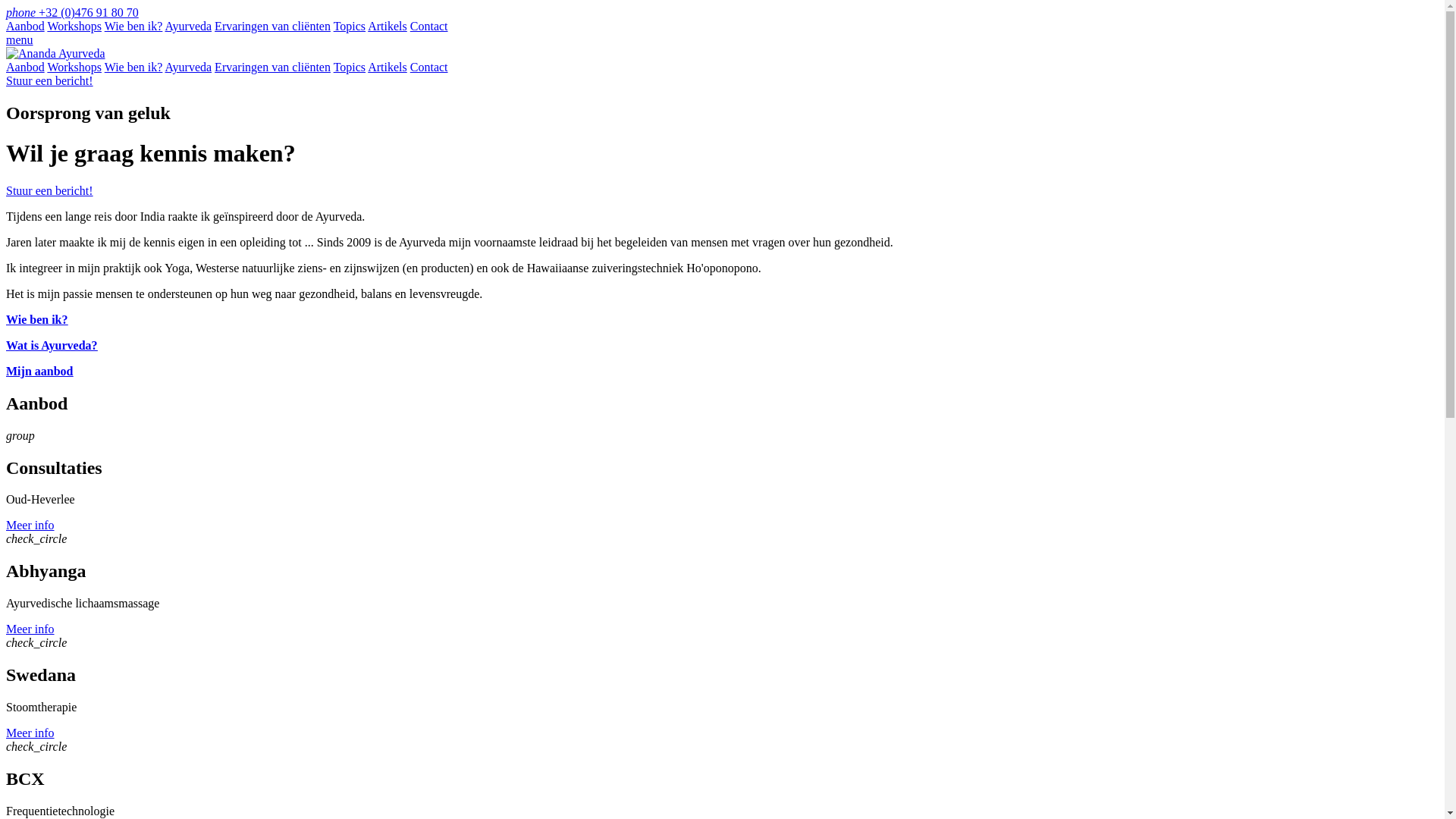 Image resolution: width=1456 pixels, height=819 pixels. I want to click on 'Contact', so click(428, 26).